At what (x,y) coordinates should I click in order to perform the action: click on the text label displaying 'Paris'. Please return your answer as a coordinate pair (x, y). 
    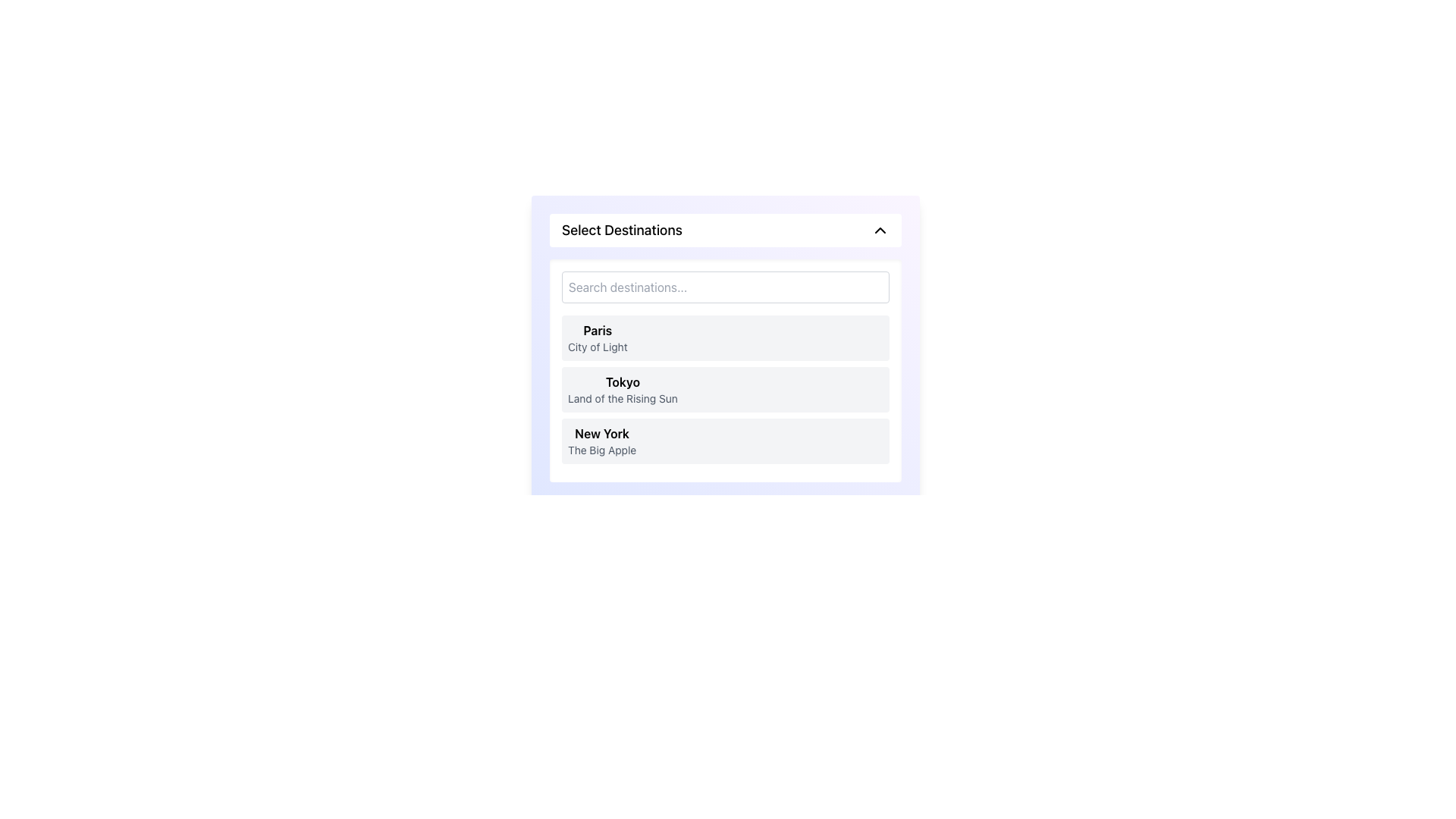
    Looking at the image, I should click on (597, 337).